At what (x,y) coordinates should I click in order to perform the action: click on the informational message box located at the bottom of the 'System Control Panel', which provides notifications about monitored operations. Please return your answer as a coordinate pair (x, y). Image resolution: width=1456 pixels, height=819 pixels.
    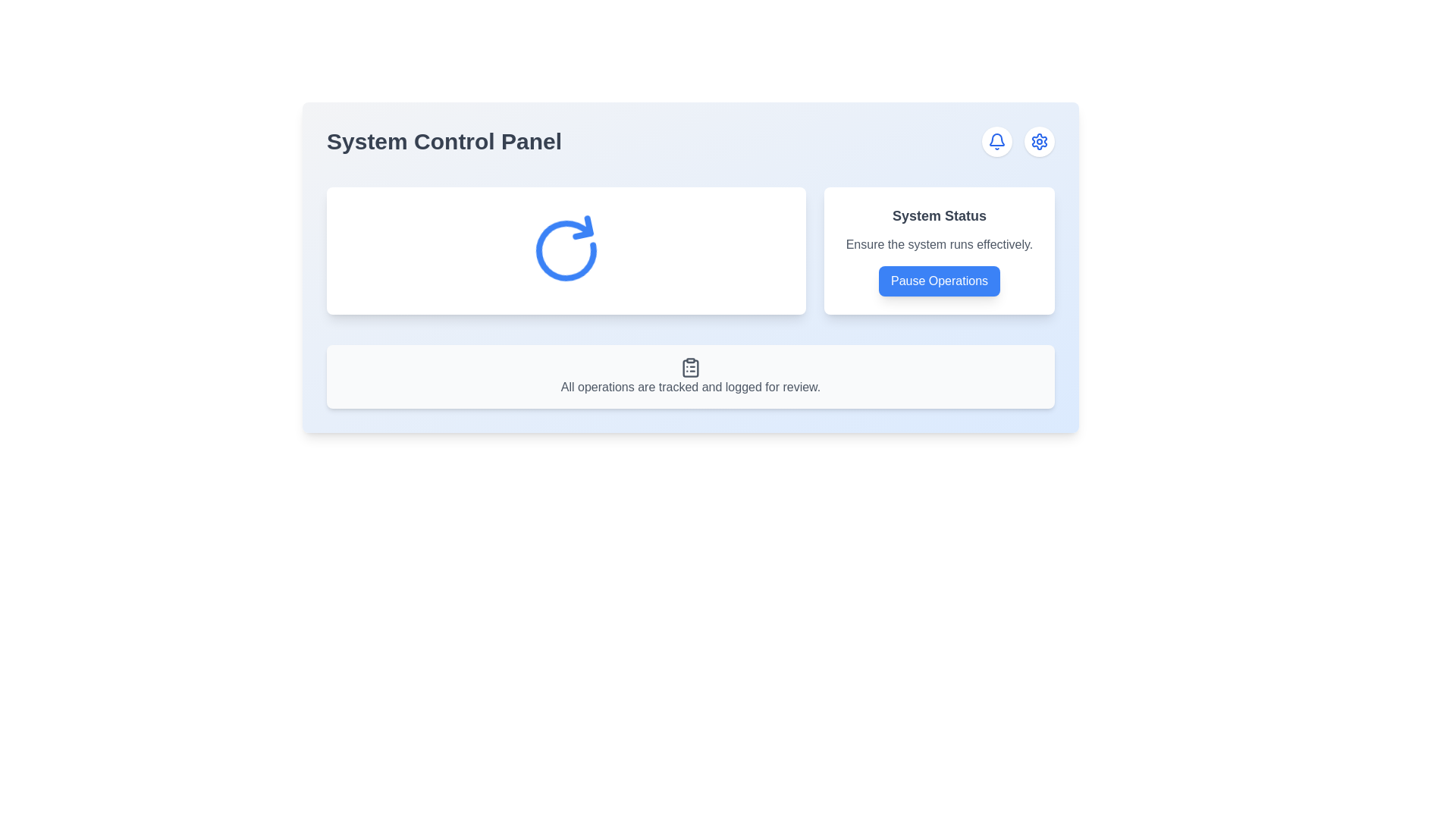
    Looking at the image, I should click on (690, 376).